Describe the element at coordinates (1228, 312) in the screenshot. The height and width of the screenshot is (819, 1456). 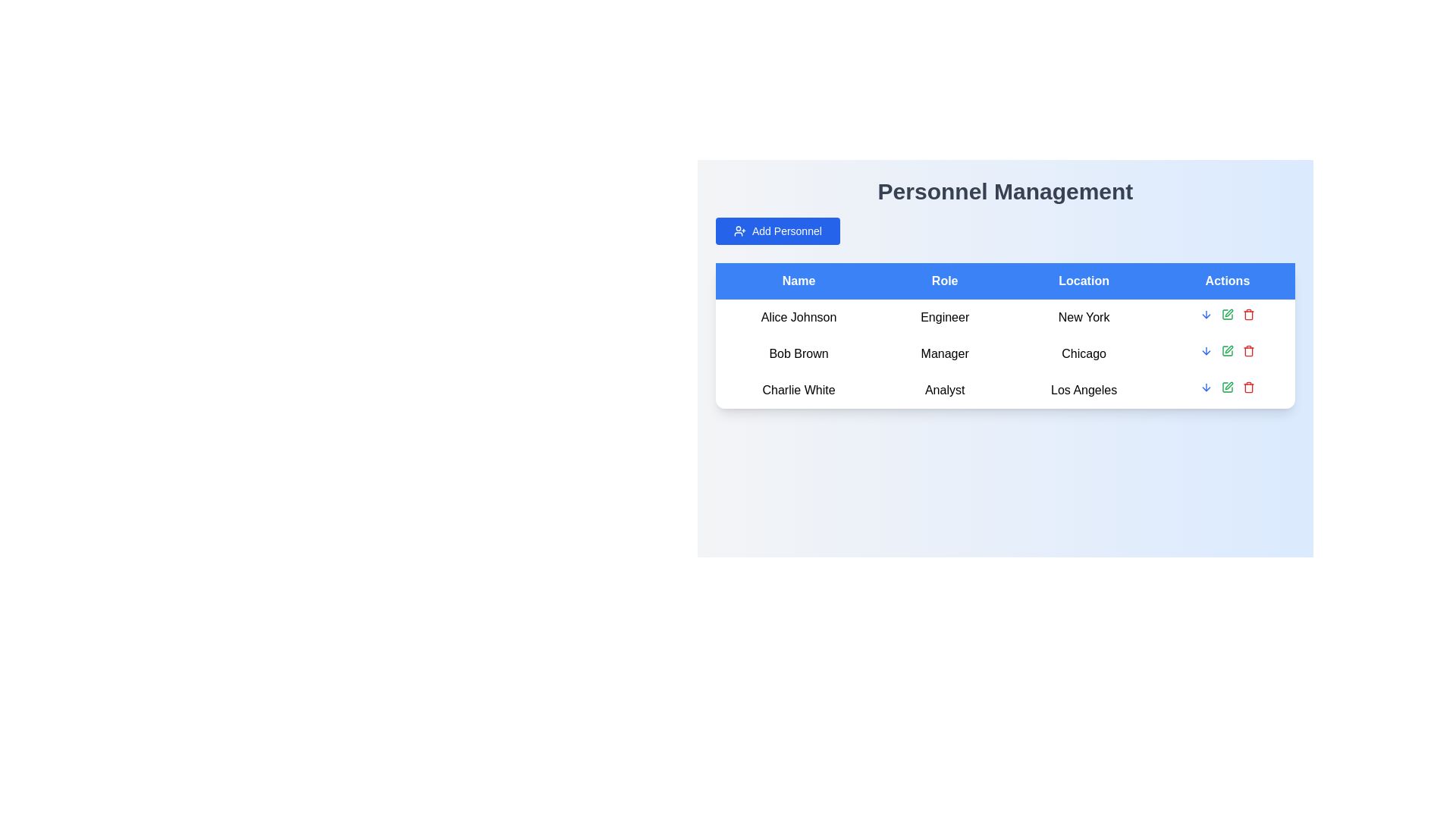
I see `the edit icon in the Actions column for the row associated with 'Bob Brown'` at that location.